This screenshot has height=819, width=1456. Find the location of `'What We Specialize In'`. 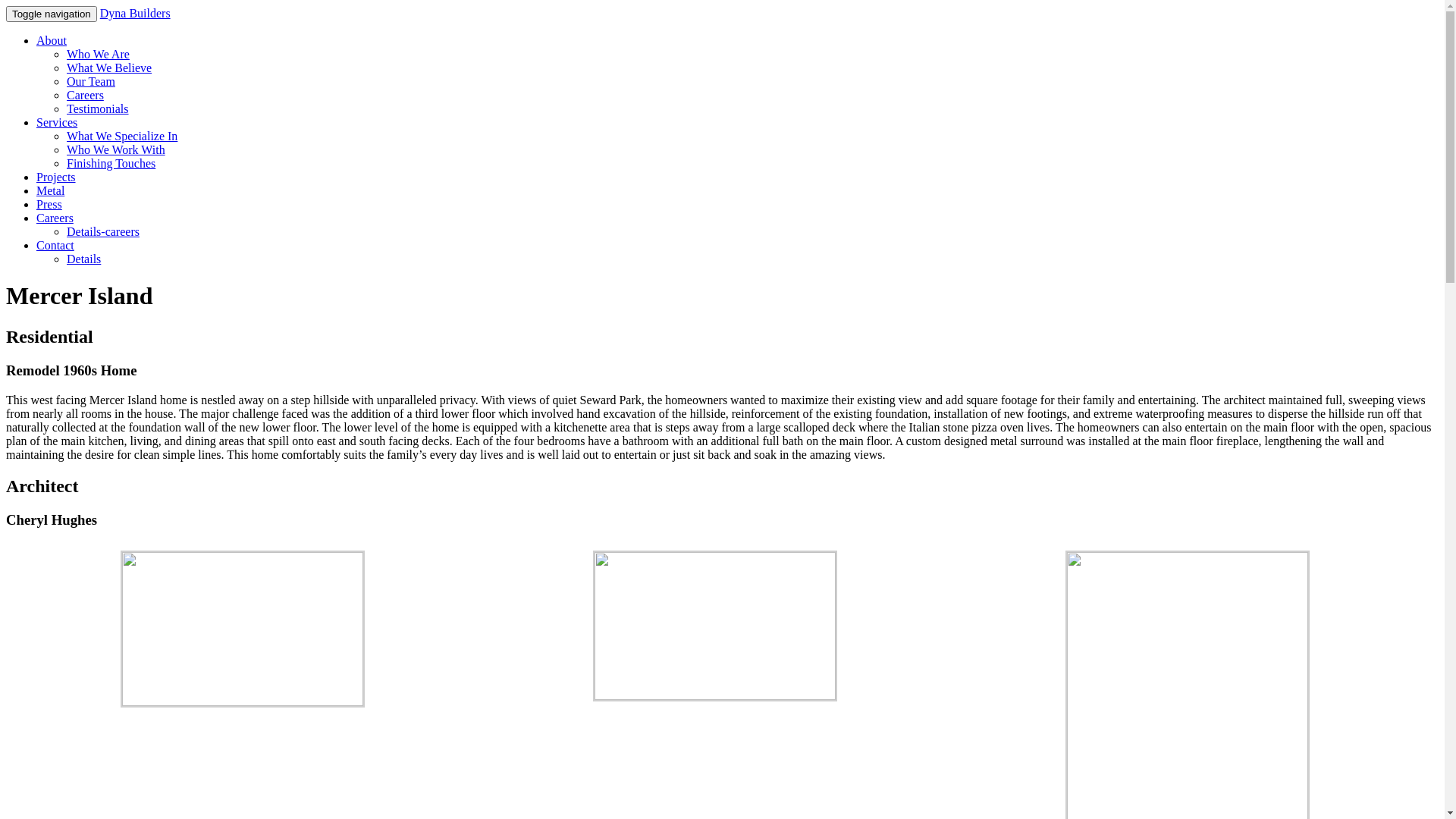

'What We Specialize In' is located at coordinates (122, 135).